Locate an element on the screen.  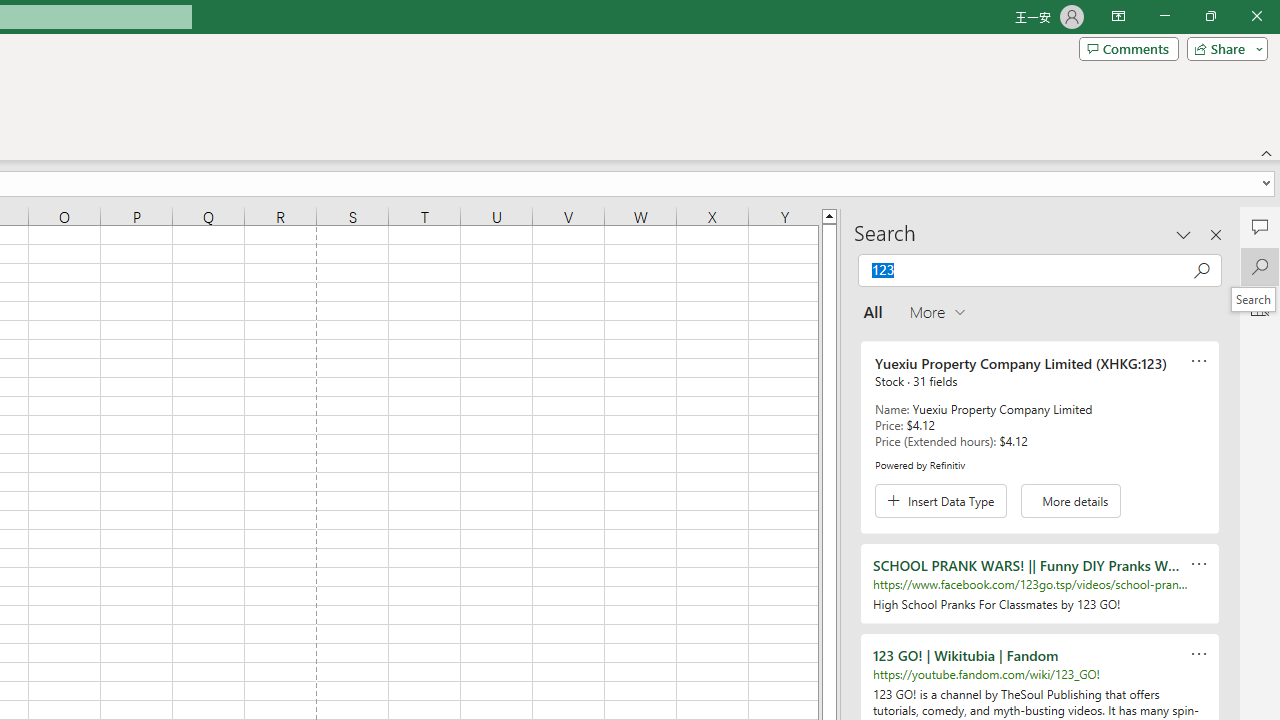
'Search' is located at coordinates (1259, 266).